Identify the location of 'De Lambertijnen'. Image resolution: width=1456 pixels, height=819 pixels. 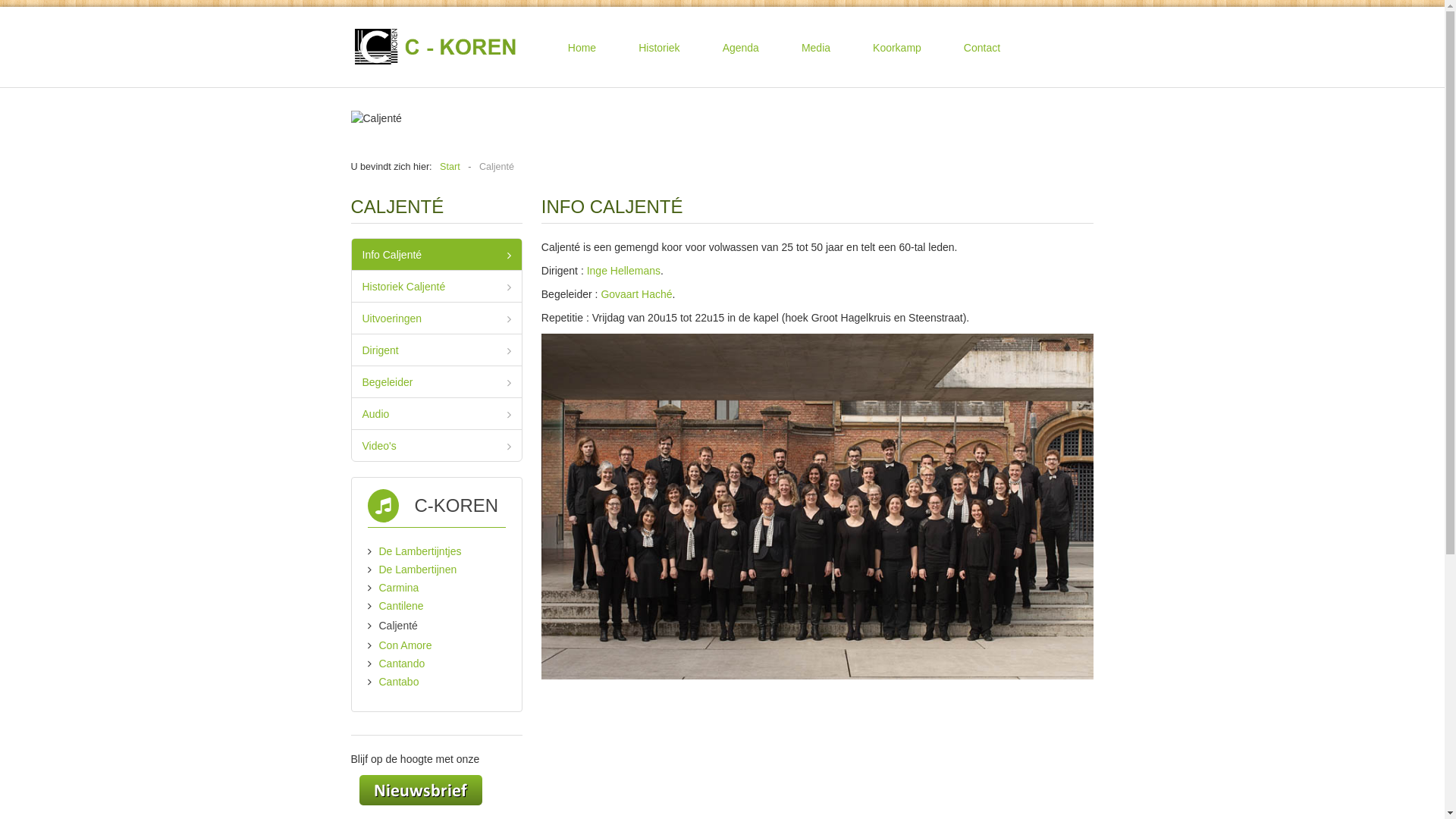
(418, 570).